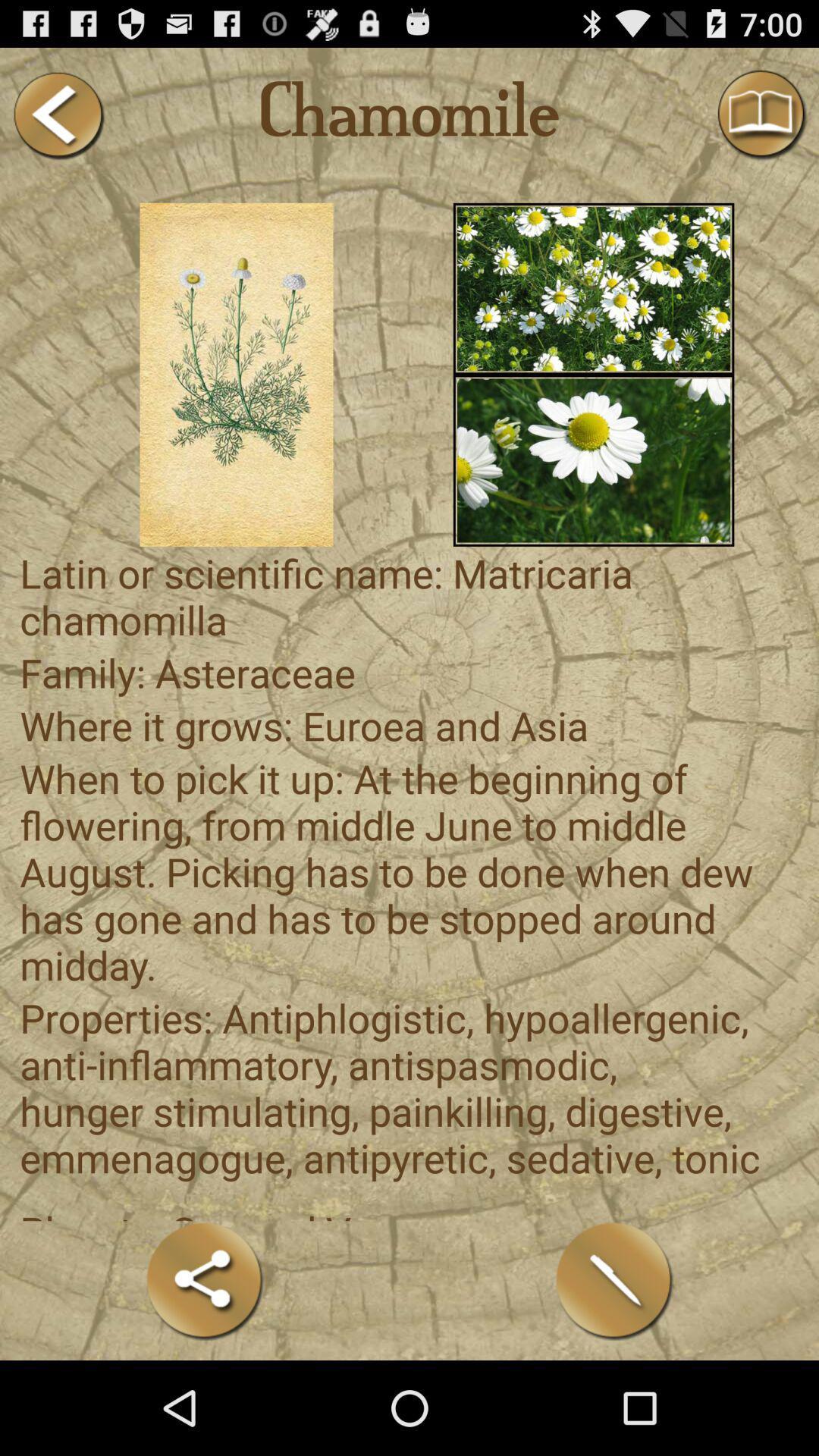 This screenshot has height=1456, width=819. Describe the element at coordinates (205, 1280) in the screenshot. I see `the item at the bottom left corner` at that location.